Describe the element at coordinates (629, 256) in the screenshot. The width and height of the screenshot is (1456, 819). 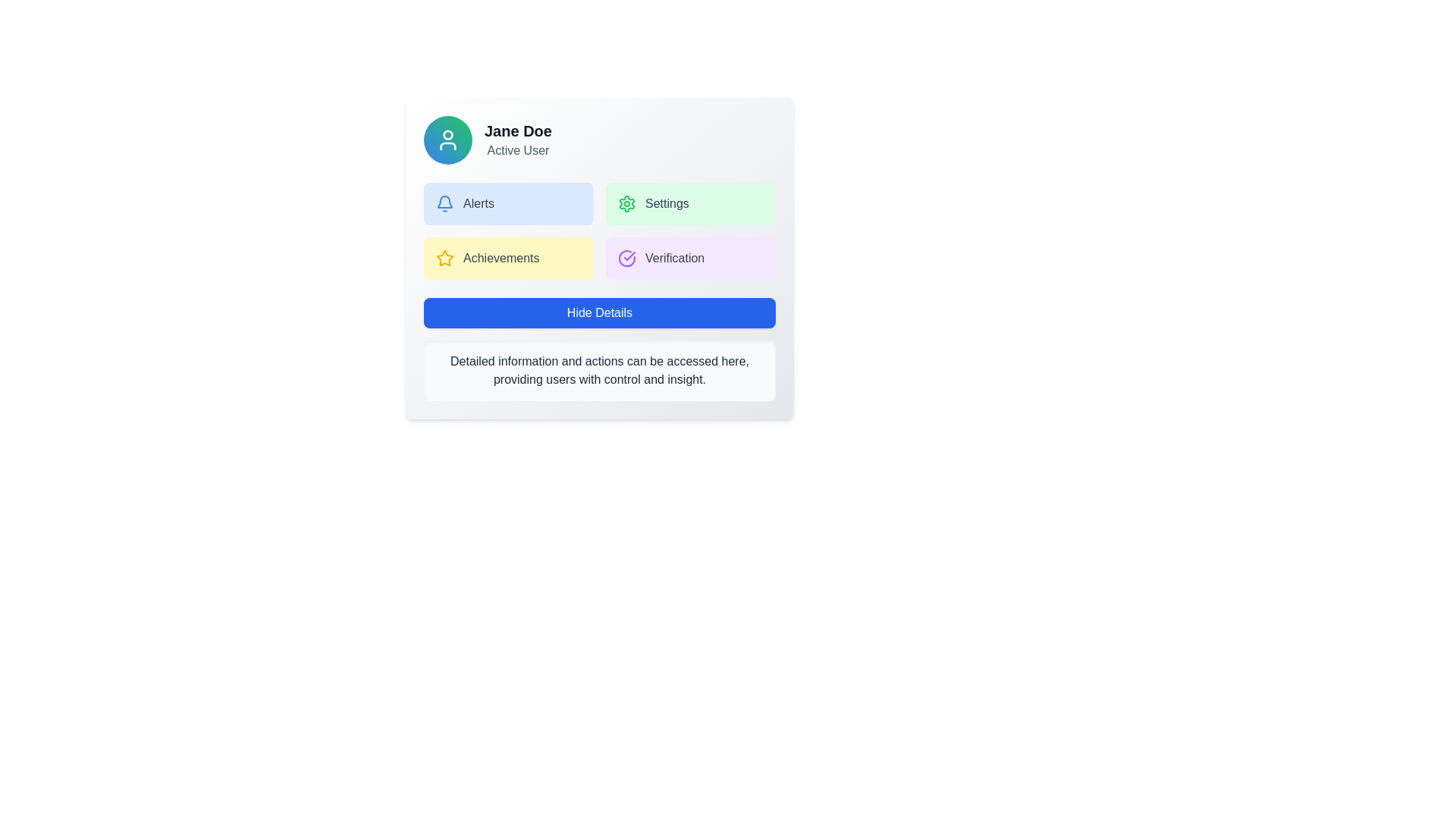
I see `the graphical checkmark shape element inside the SVG, which serves as a visual indicator of completion and is located in the top-left region of the user interface` at that location.